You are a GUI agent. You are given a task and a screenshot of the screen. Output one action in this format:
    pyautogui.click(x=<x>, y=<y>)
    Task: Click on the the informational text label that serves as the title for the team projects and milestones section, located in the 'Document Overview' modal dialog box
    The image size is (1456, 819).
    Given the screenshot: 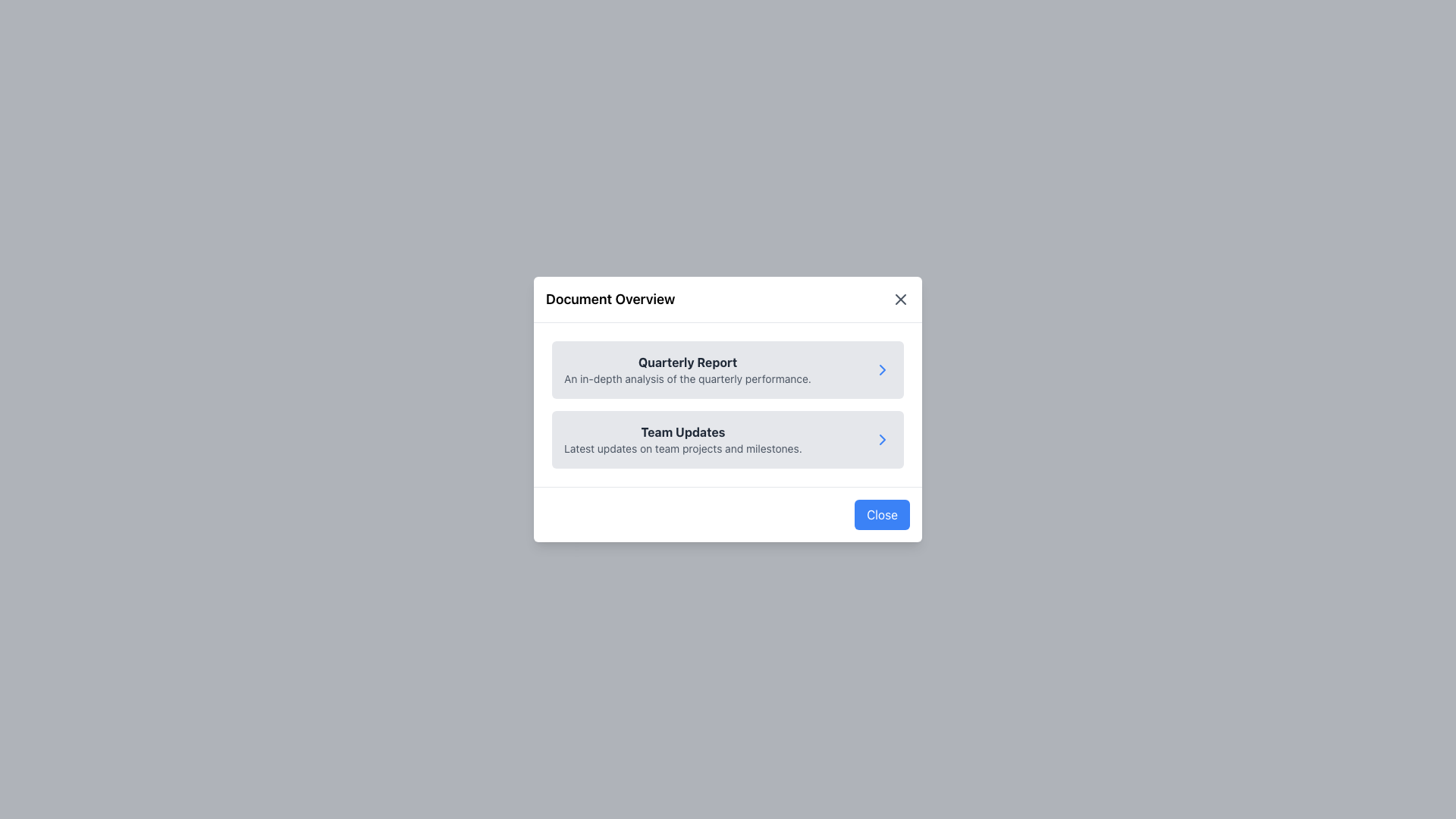 What is the action you would take?
    pyautogui.click(x=682, y=432)
    